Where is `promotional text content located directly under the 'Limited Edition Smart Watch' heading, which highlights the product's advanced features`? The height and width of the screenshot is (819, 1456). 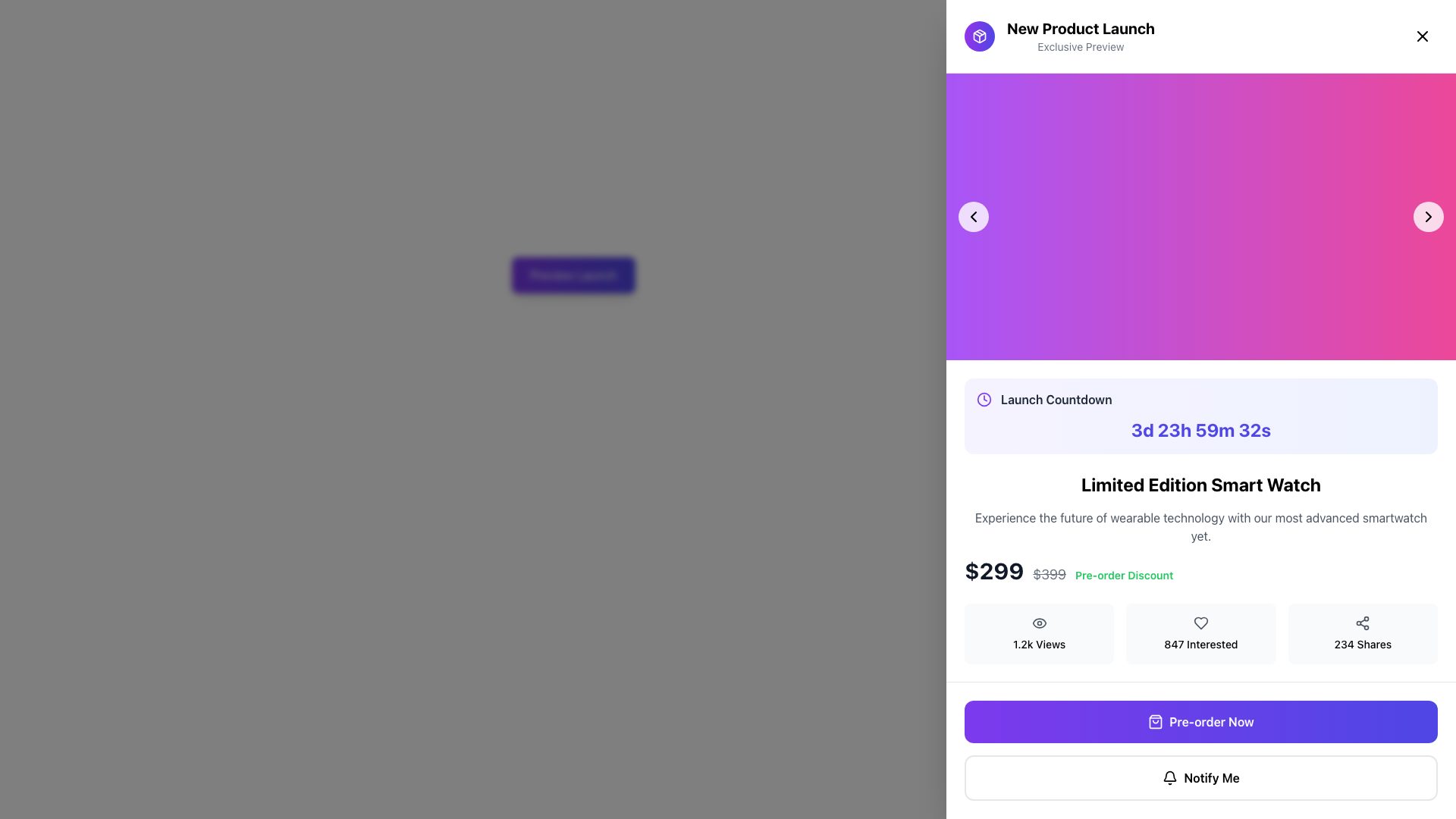
promotional text content located directly under the 'Limited Edition Smart Watch' heading, which highlights the product's advanced features is located at coordinates (1200, 526).